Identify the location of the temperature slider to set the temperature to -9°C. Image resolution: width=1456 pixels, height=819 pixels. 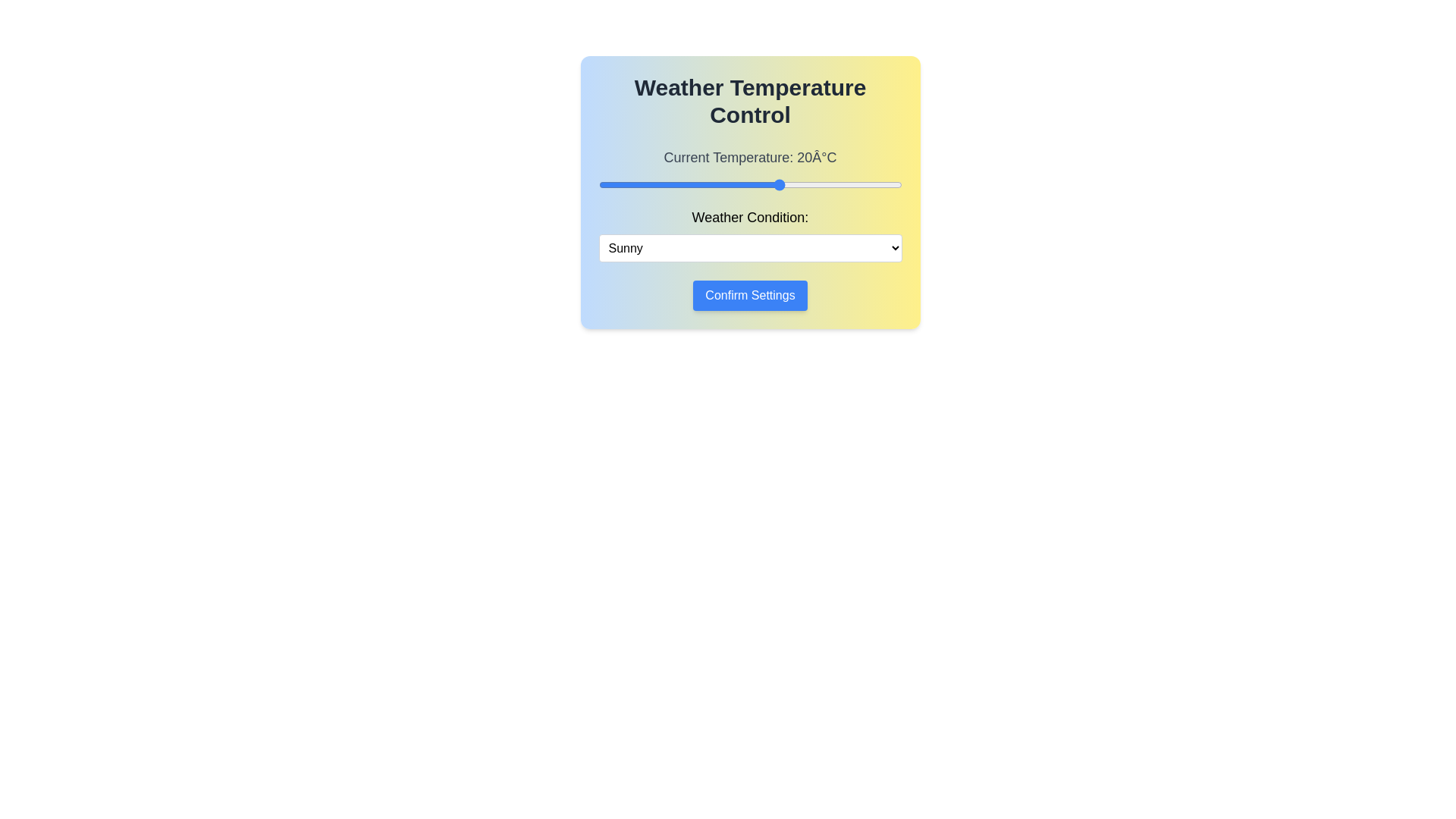
(604, 184).